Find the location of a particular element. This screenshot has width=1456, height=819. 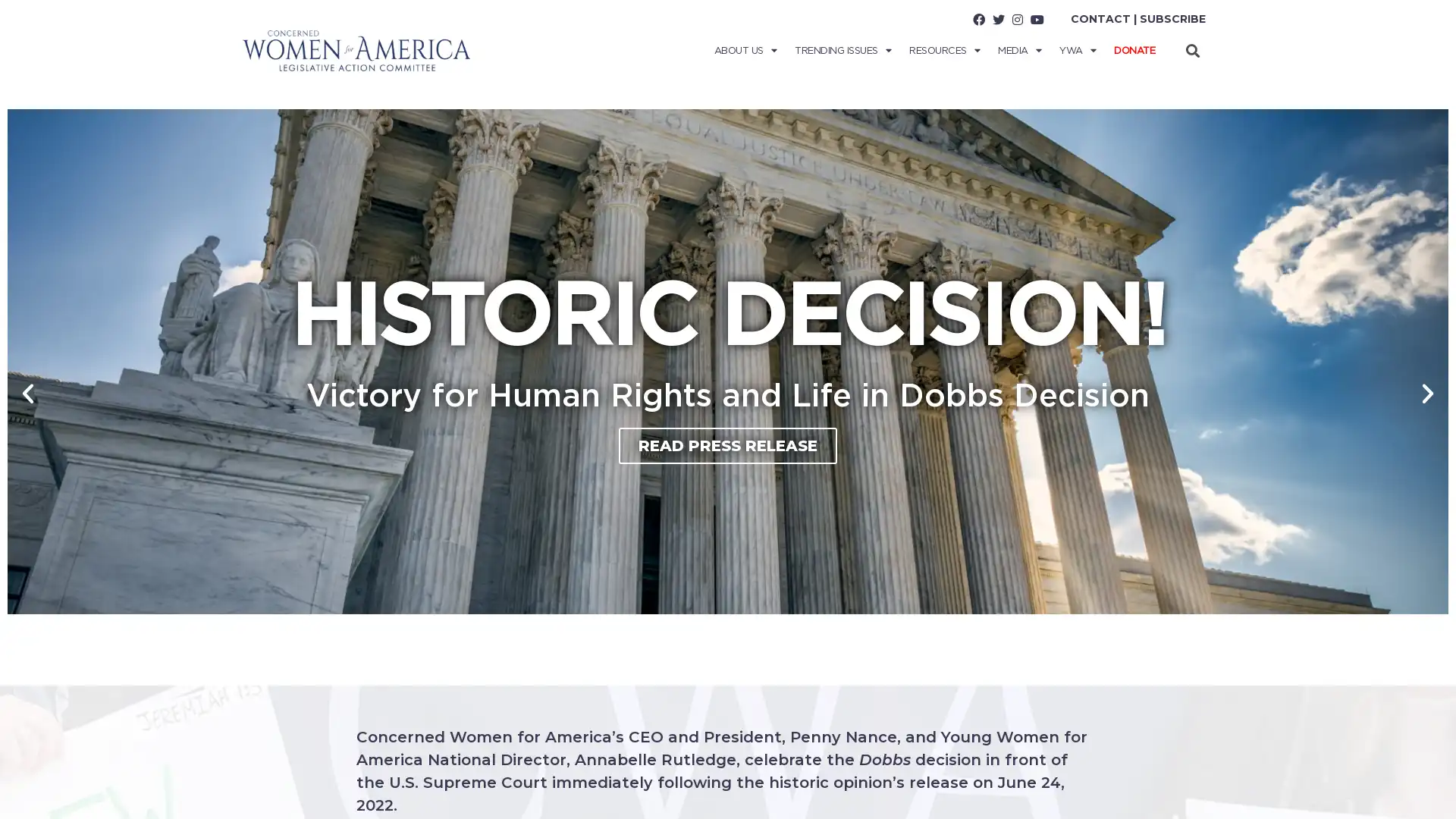

Previous slide is located at coordinates (28, 393).